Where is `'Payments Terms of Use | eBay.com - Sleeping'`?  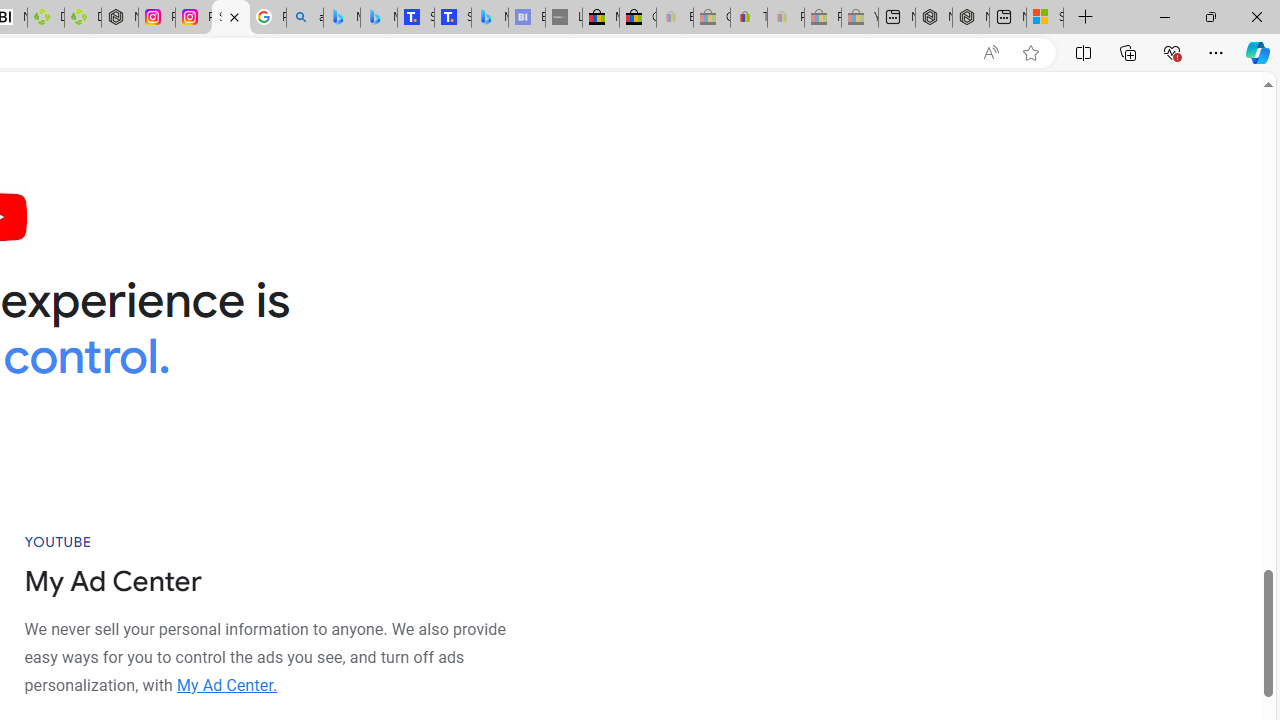 'Payments Terms of Use | eBay.com - Sleeping' is located at coordinates (784, 17).